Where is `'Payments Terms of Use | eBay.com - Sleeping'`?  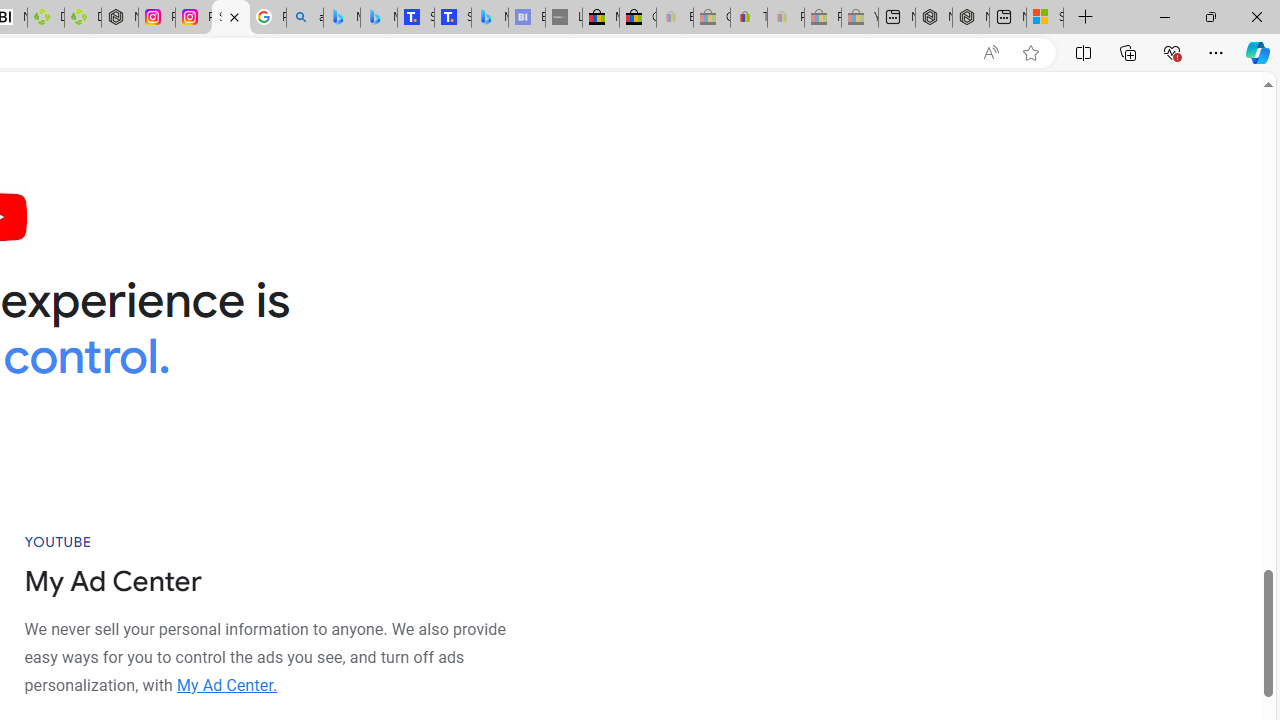 'Payments Terms of Use | eBay.com - Sleeping' is located at coordinates (784, 17).